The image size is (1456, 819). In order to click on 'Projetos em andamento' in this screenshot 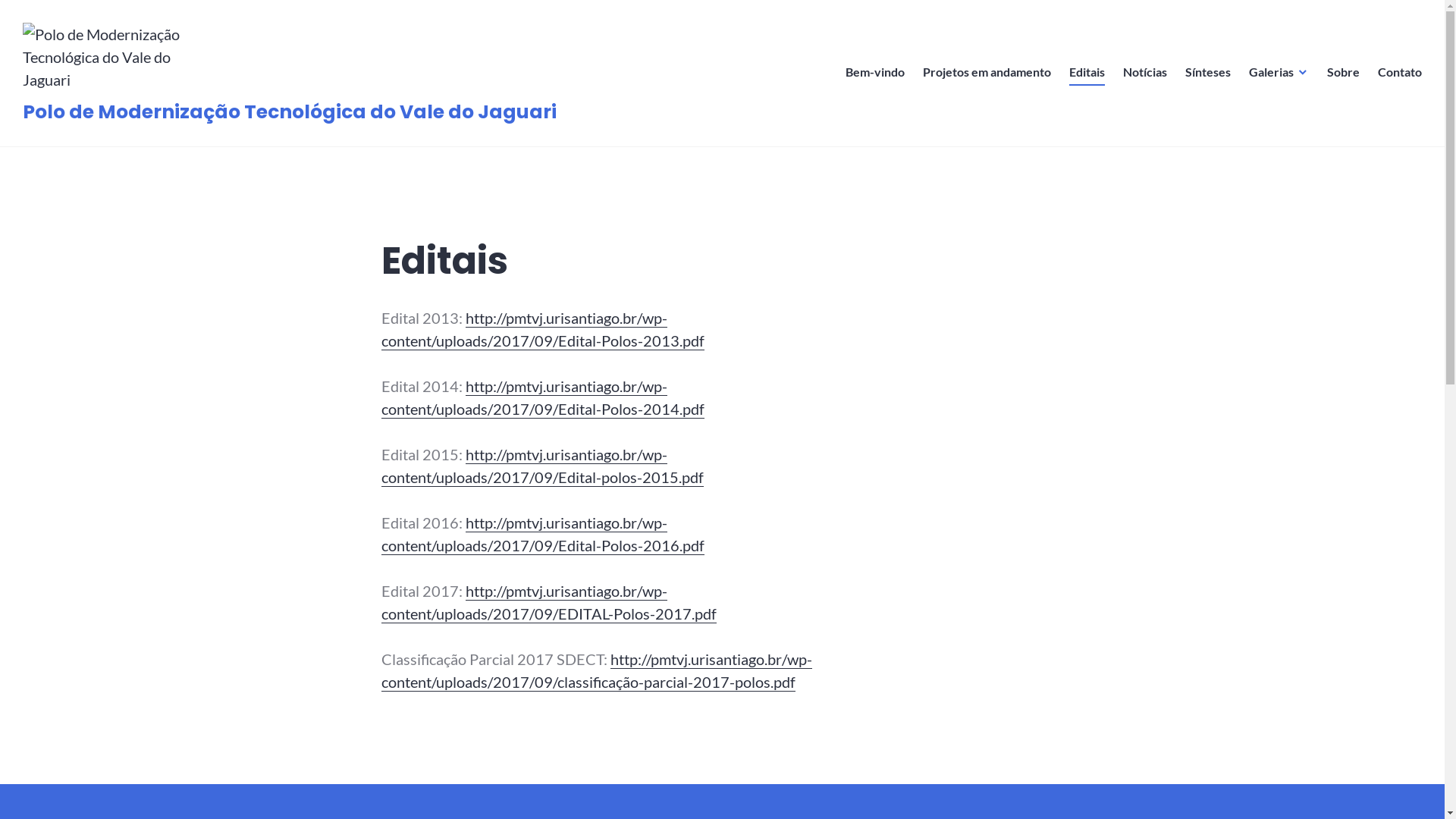, I will do `click(987, 73)`.